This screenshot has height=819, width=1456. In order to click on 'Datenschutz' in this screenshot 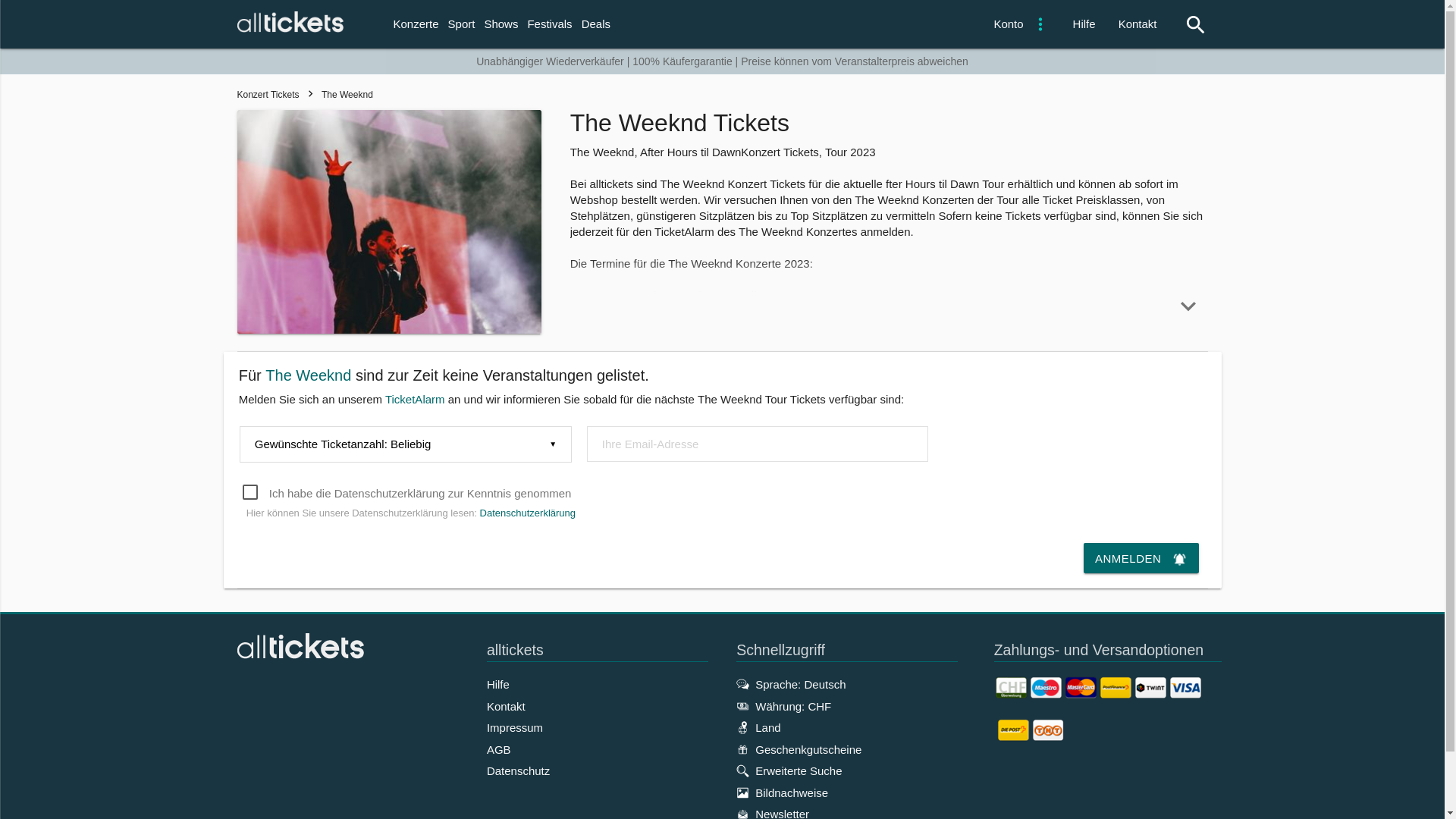, I will do `click(518, 770)`.